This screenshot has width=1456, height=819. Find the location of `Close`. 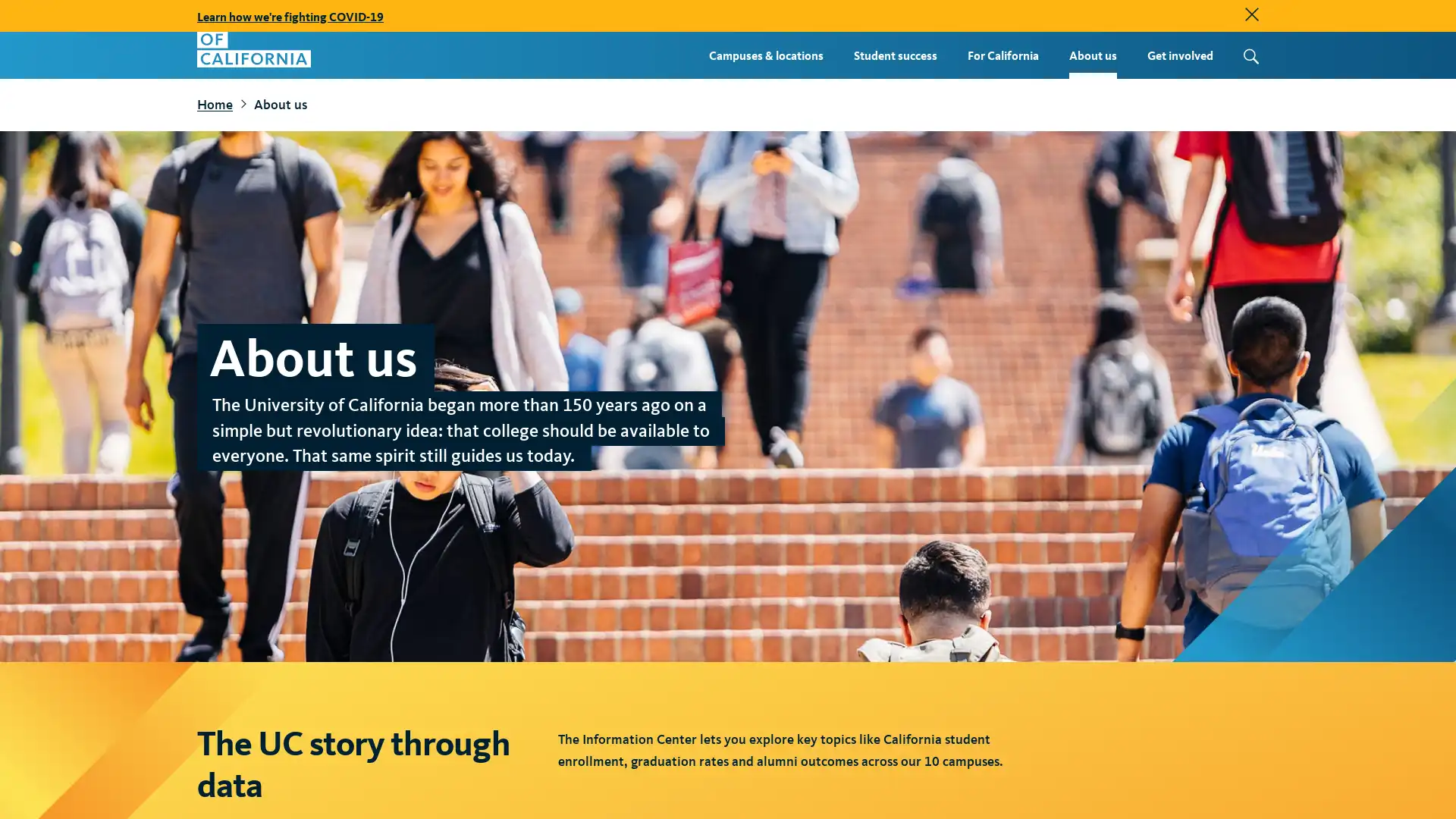

Close is located at coordinates (1252, 14).